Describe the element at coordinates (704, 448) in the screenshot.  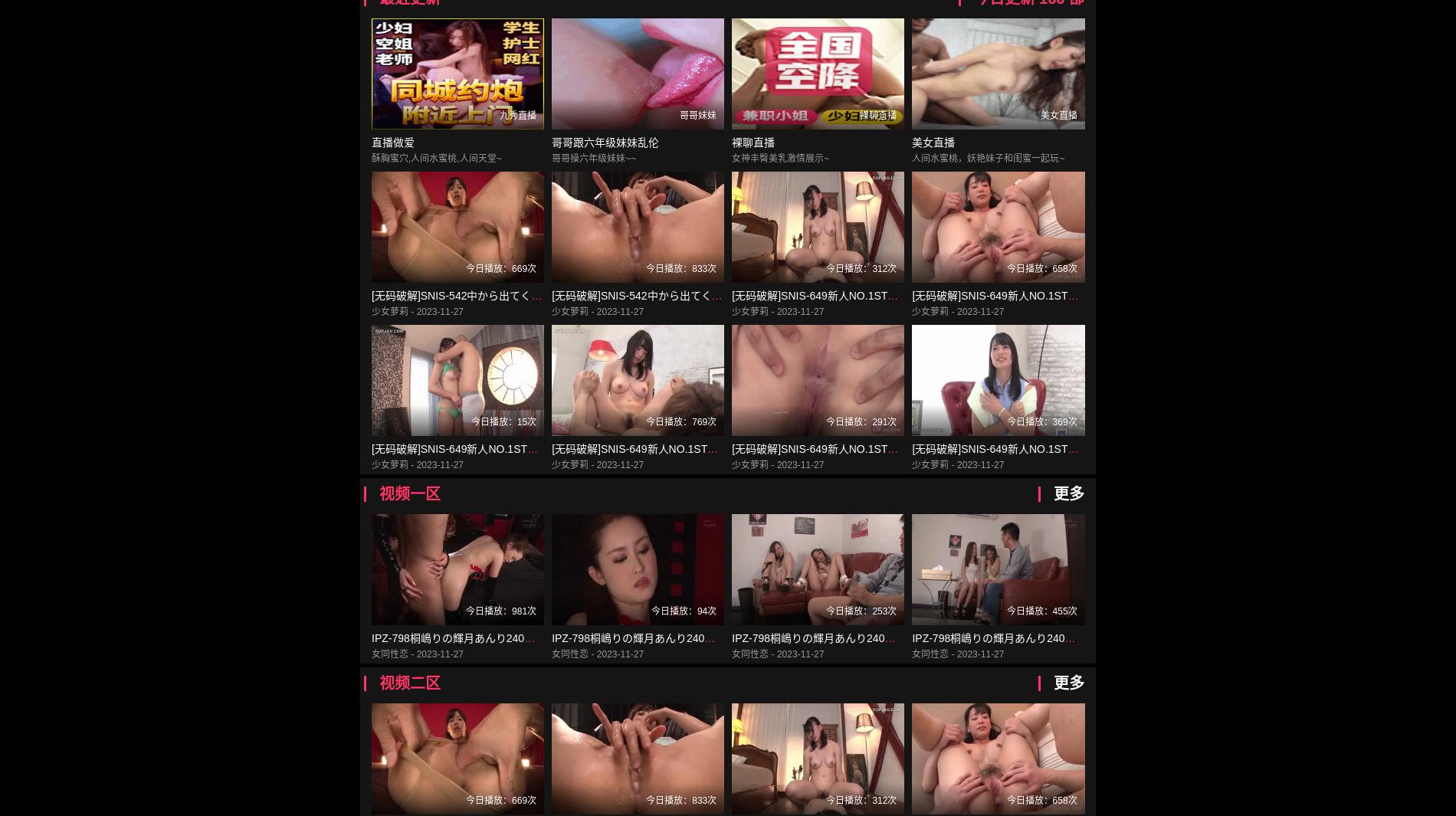
I see `'[无码破解]SNIS-649新人NO.1STYLE白石真琴AVデビュー第03集'` at that location.